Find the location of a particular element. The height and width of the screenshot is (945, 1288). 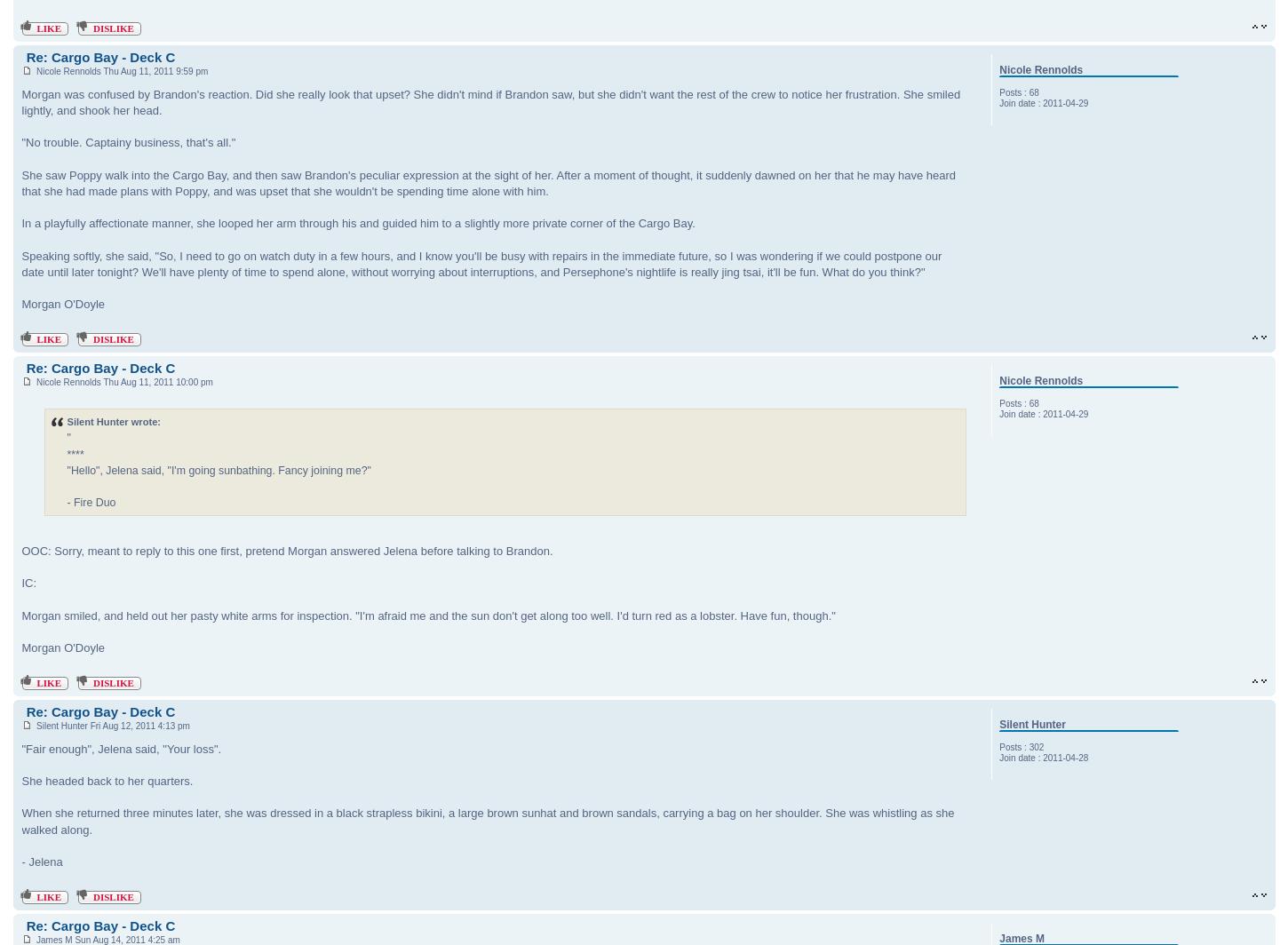

'IC:' is located at coordinates (28, 583).